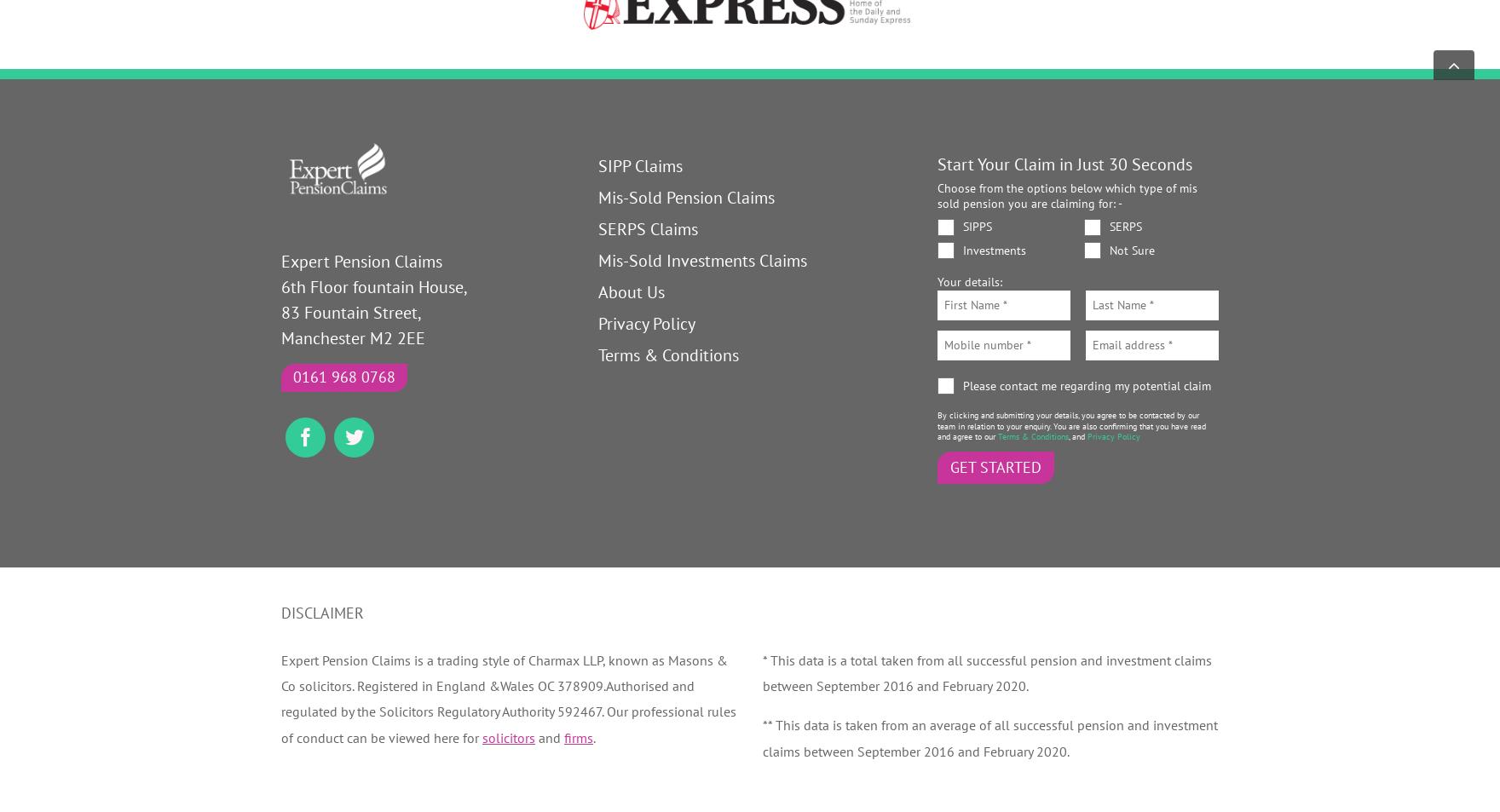 This screenshot has width=1500, height=812. Describe the element at coordinates (1131, 249) in the screenshot. I see `'Not Sure'` at that location.